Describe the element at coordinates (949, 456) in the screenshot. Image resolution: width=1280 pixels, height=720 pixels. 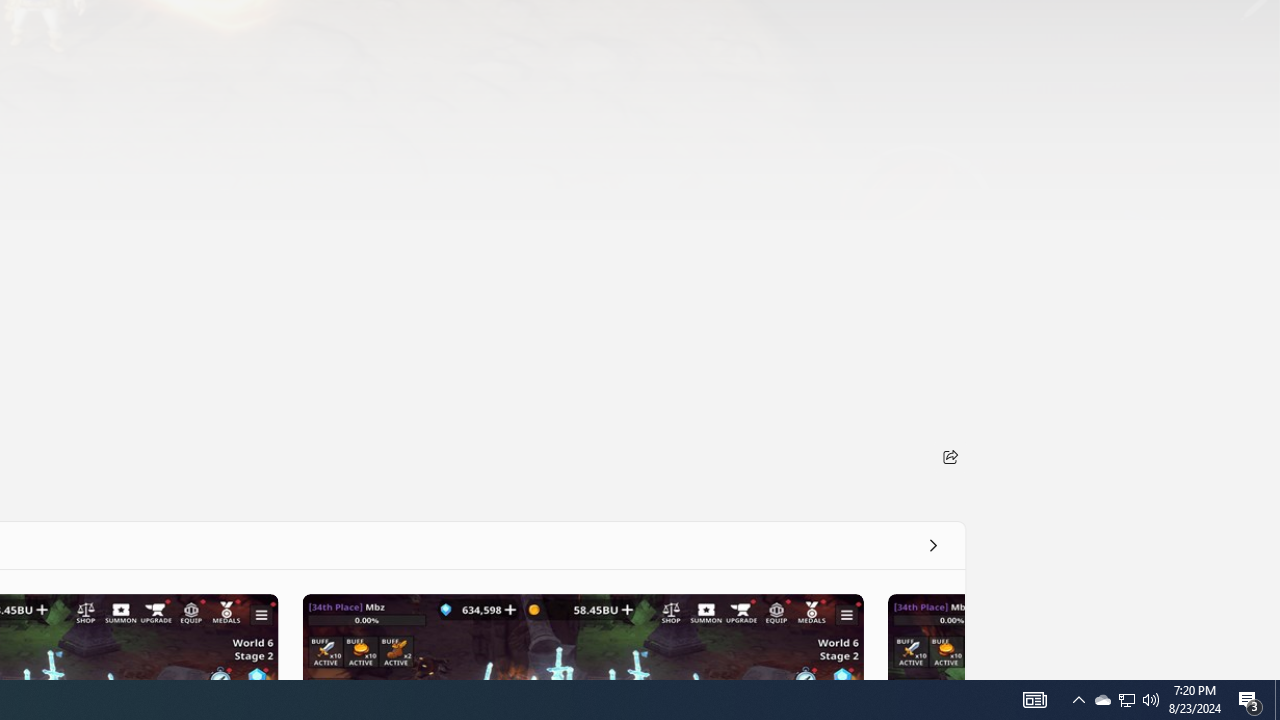
I see `'Share'` at that location.